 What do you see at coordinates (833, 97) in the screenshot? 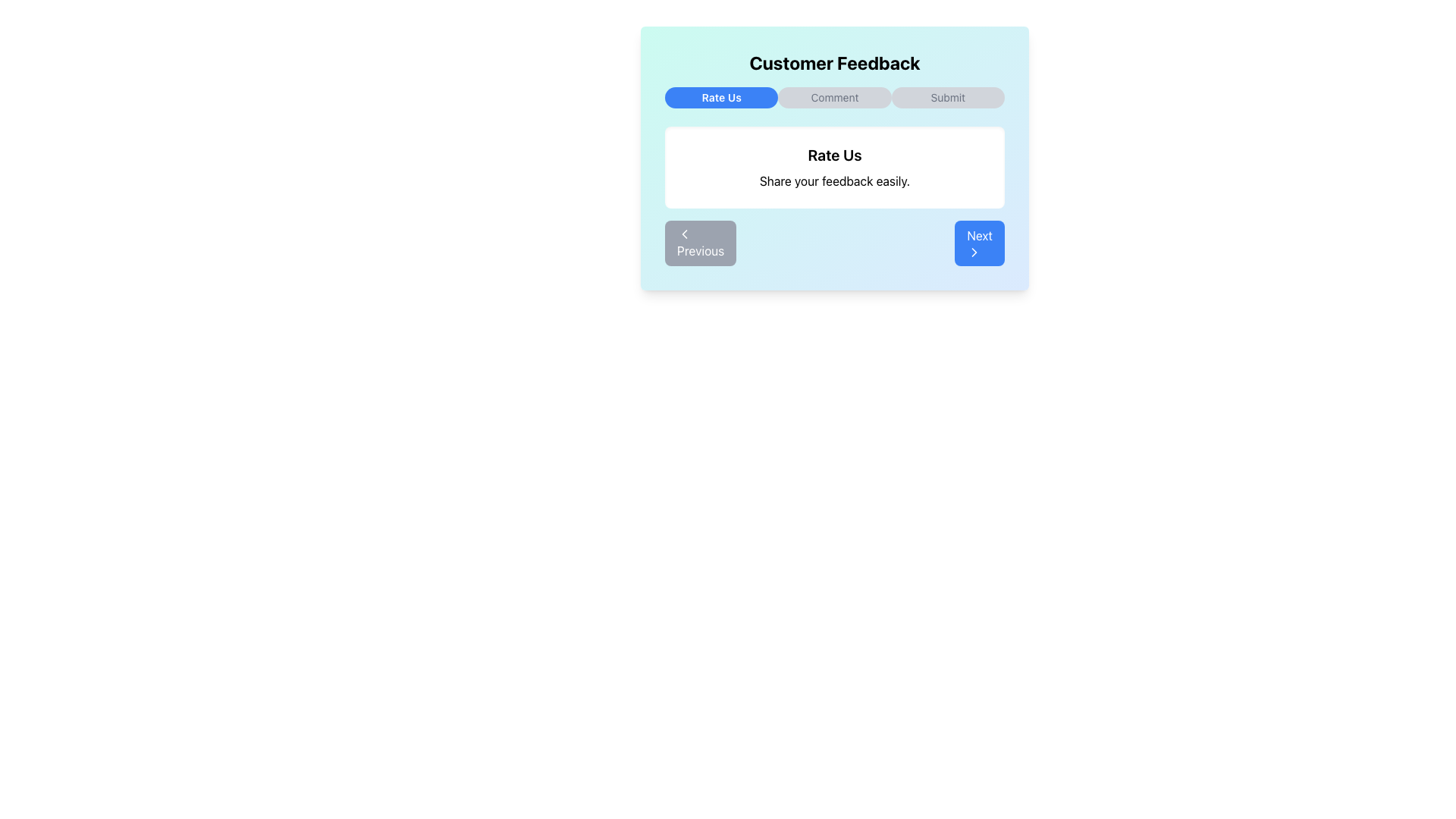
I see `the 'Comment' button` at bounding box center [833, 97].